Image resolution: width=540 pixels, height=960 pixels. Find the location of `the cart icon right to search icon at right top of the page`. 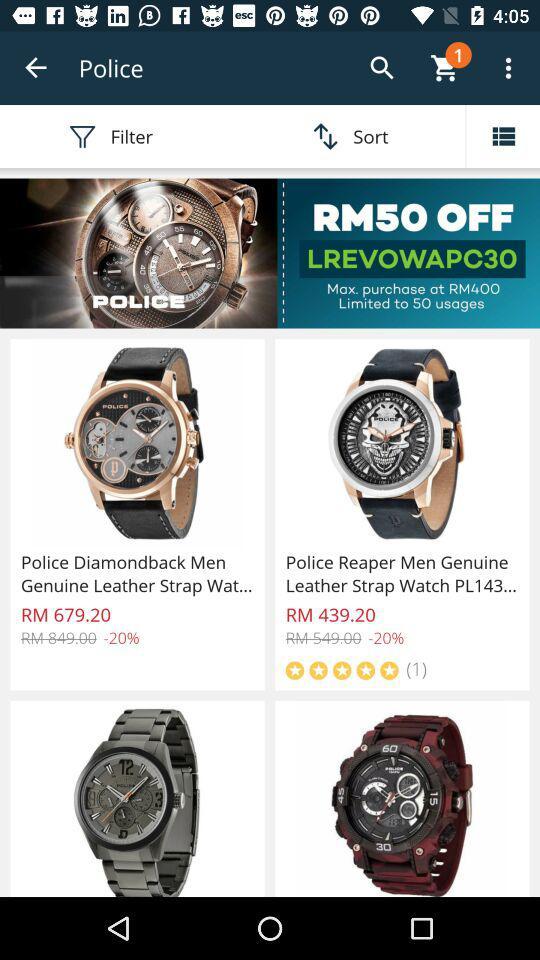

the cart icon right to search icon at right top of the page is located at coordinates (445, 68).